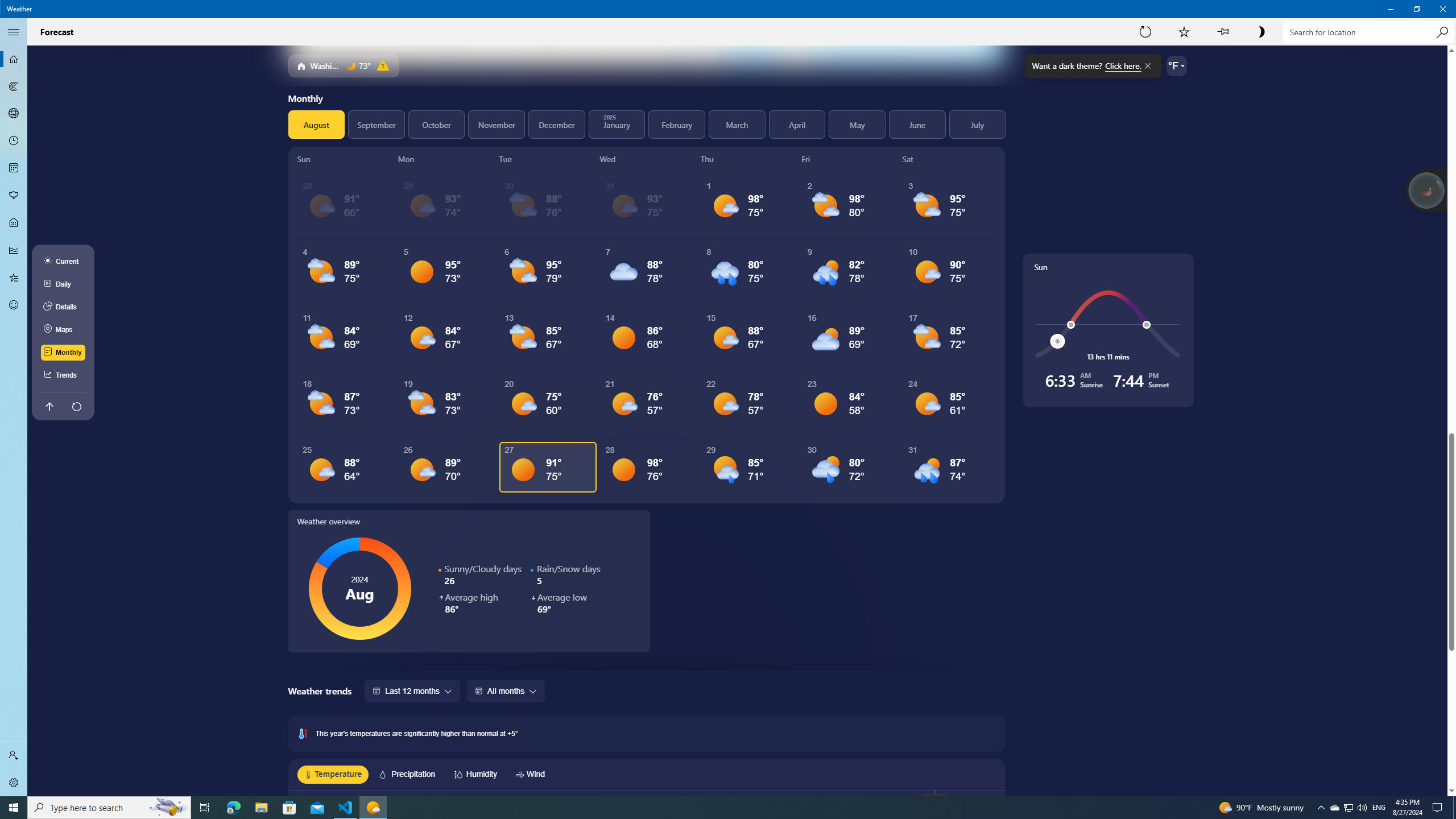  I want to click on 'Action Center, No new notifications', so click(1439, 806).